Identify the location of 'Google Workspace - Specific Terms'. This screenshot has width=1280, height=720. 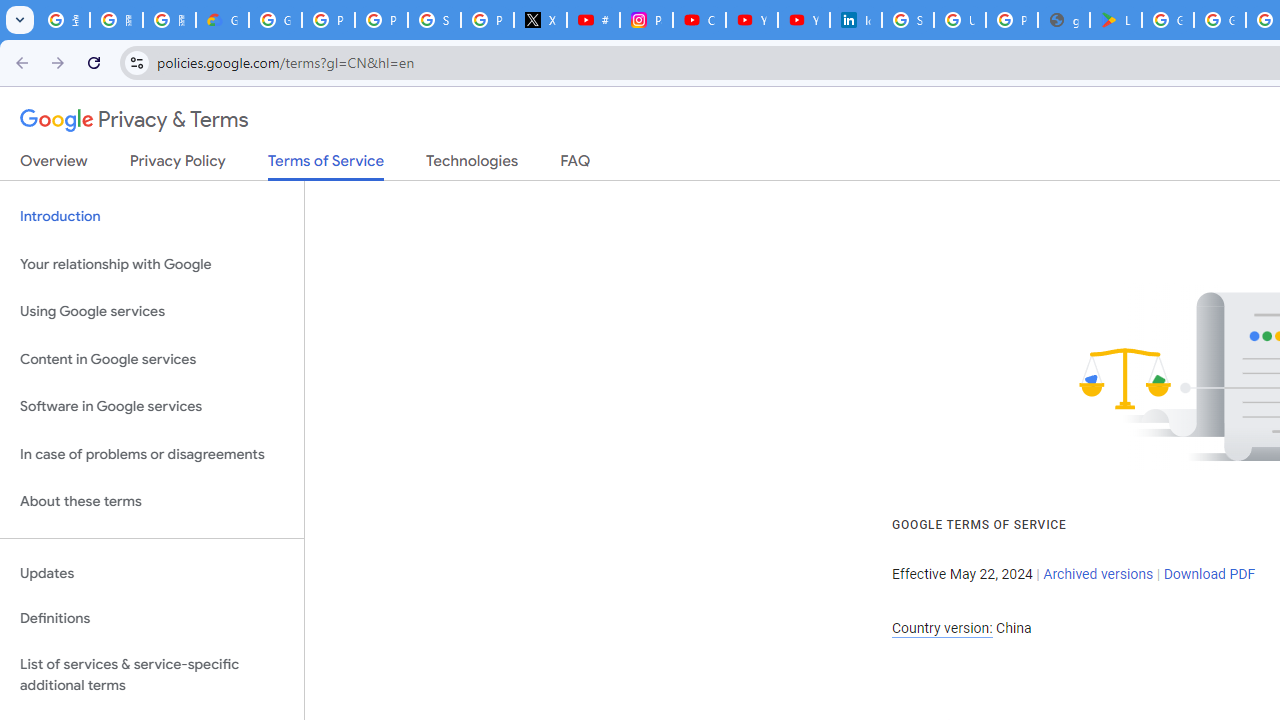
(1218, 20).